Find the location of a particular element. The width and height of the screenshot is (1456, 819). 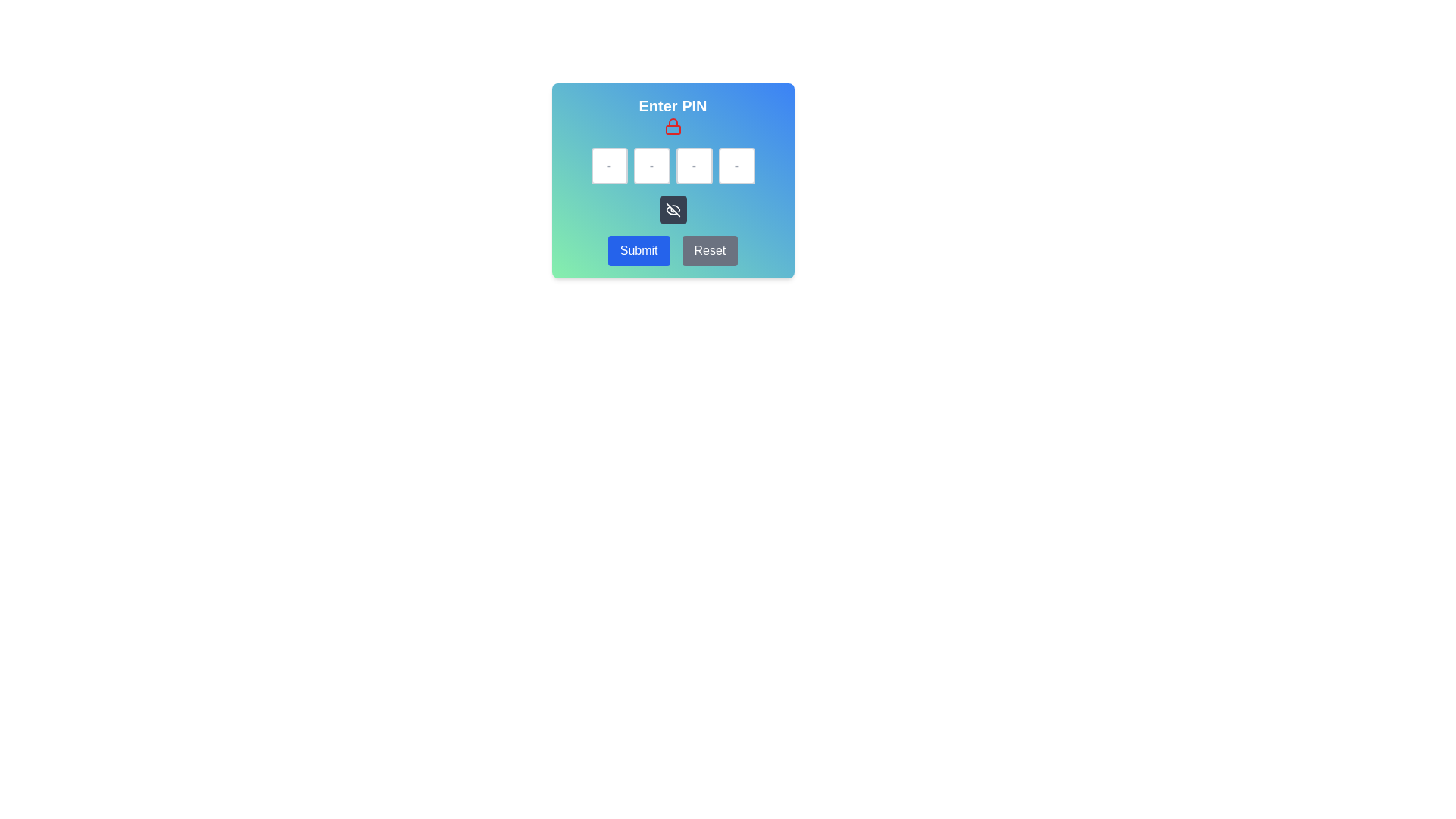

the second password input field to focus it for entering a PIN code is located at coordinates (651, 165).